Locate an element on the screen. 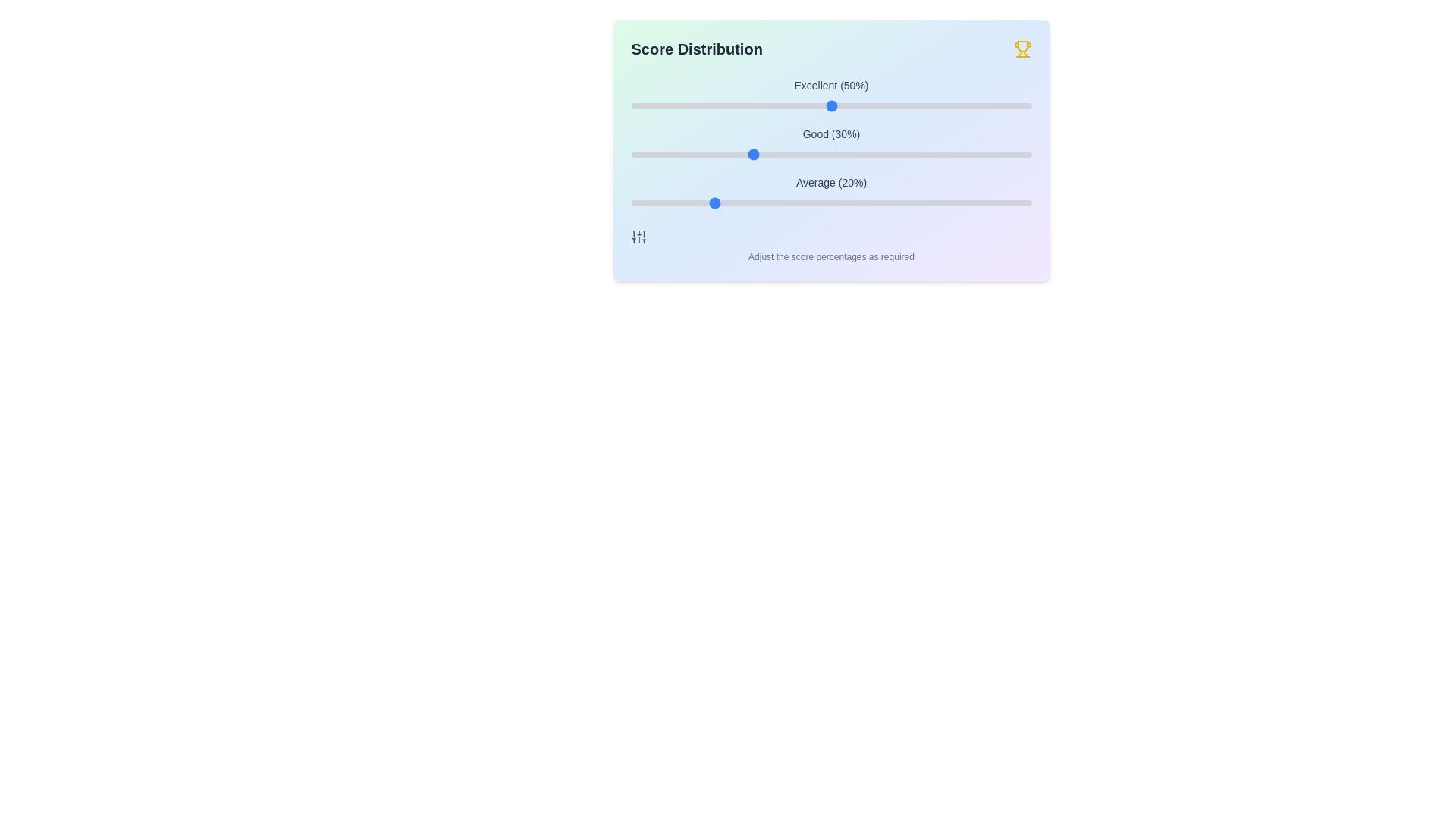 The height and width of the screenshot is (819, 1456). the 'Average' slider to 47% is located at coordinates (818, 202).